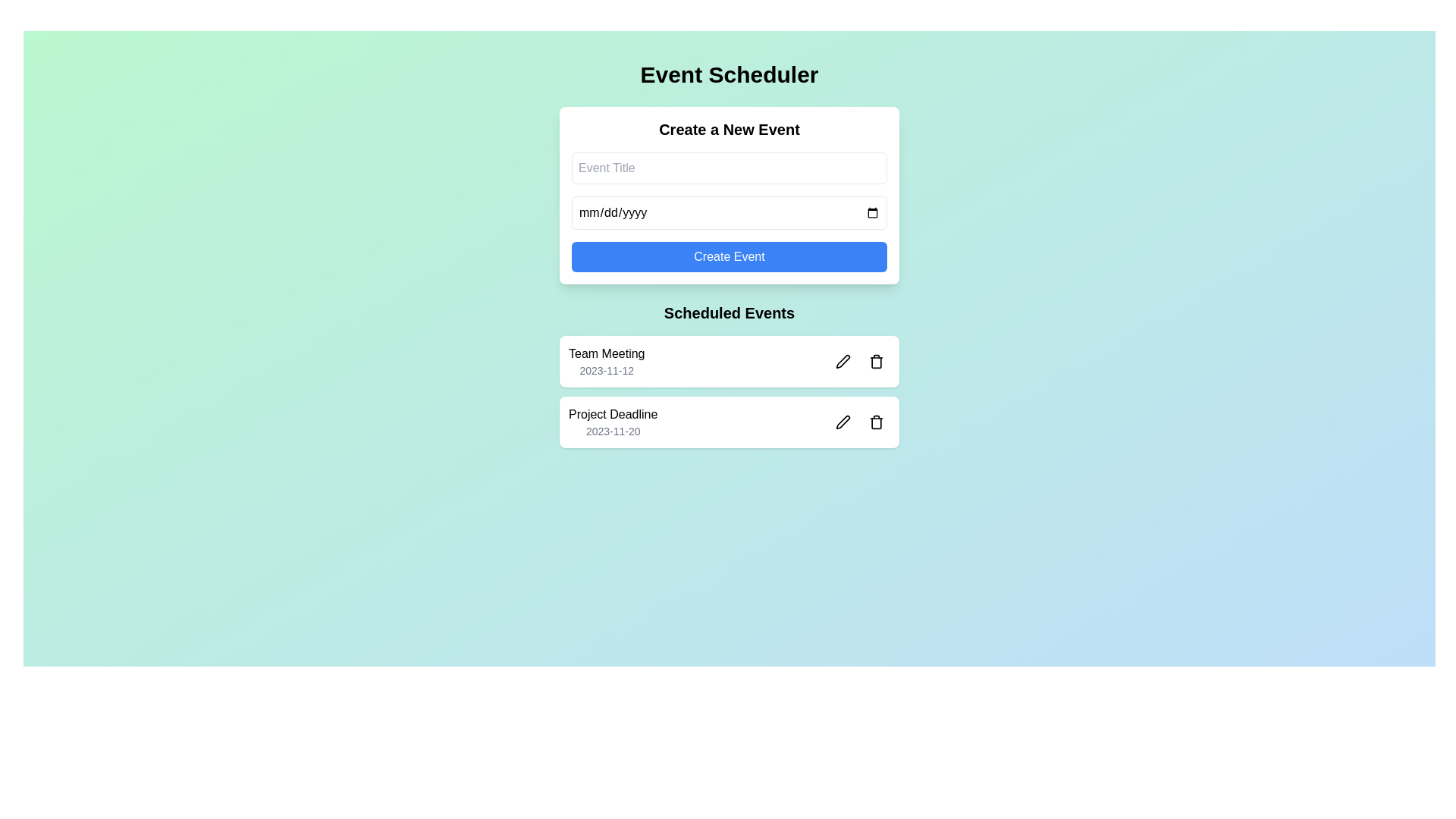  I want to click on the 'Create Event' button, which is the third button under the 'Create a New Event' section, so click(729, 256).